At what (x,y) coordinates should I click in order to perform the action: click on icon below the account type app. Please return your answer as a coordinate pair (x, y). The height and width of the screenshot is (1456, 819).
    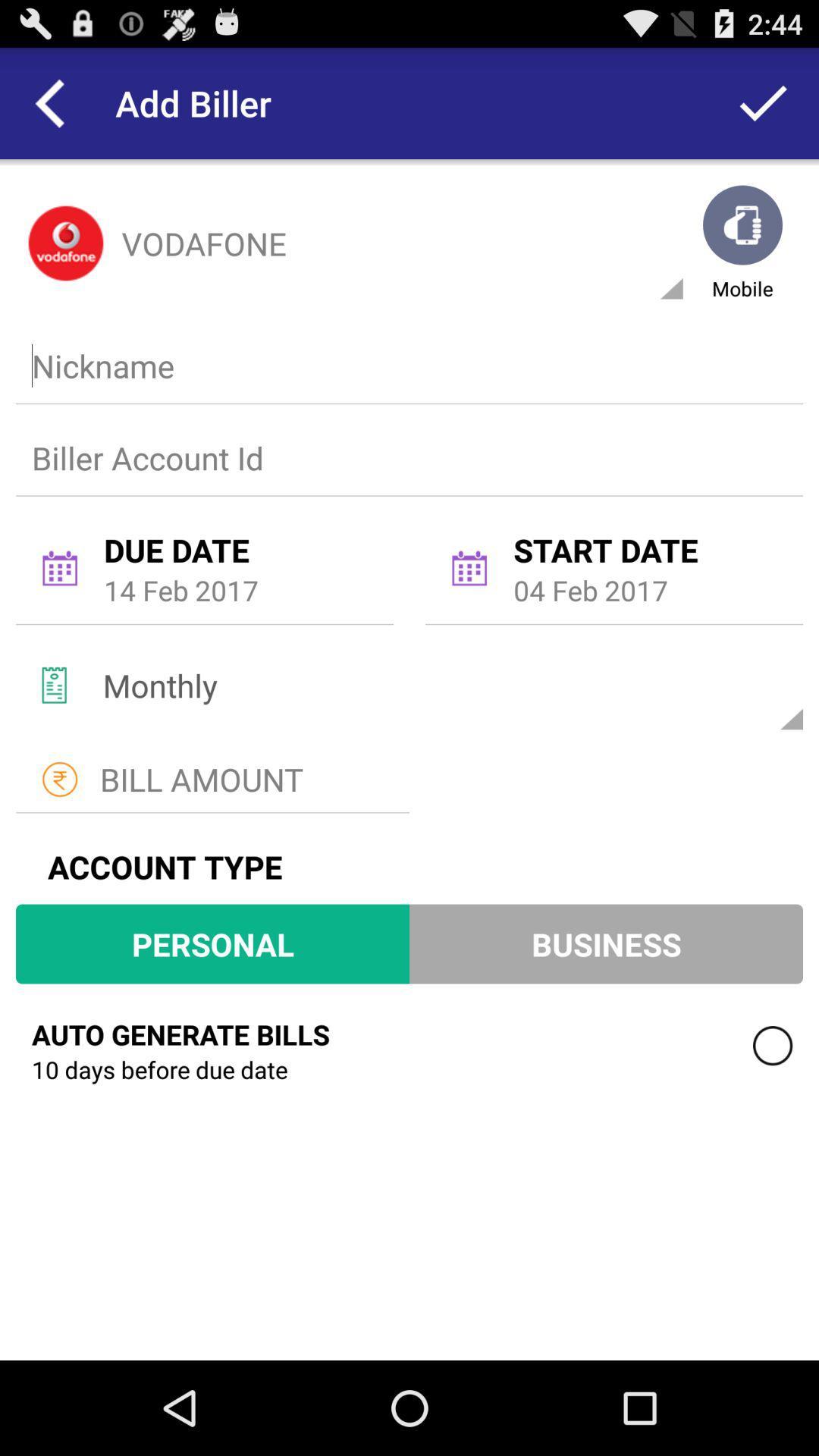
    Looking at the image, I should click on (212, 943).